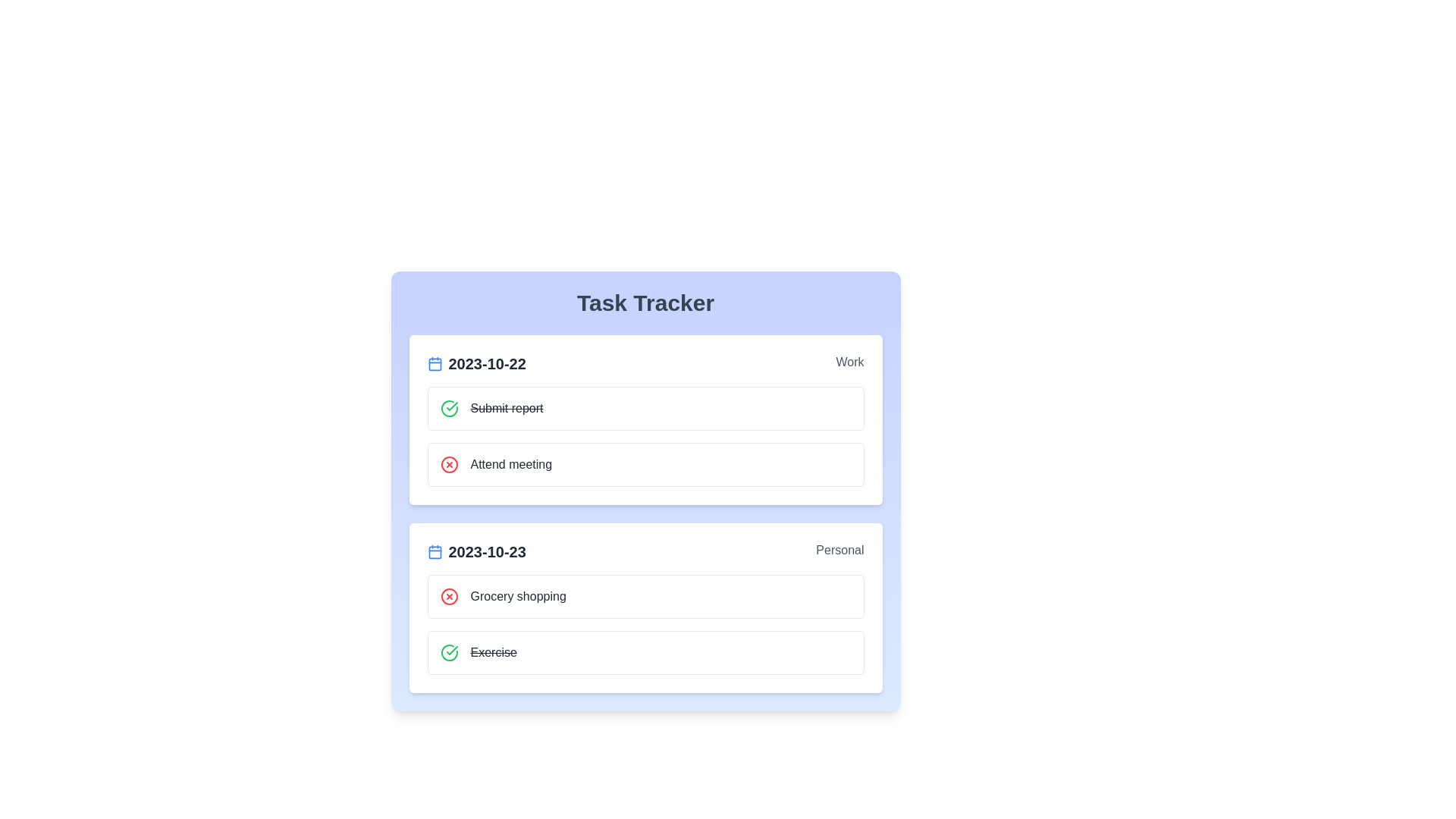  What do you see at coordinates (507, 408) in the screenshot?
I see `the task Submit report to reveal additional options` at bounding box center [507, 408].